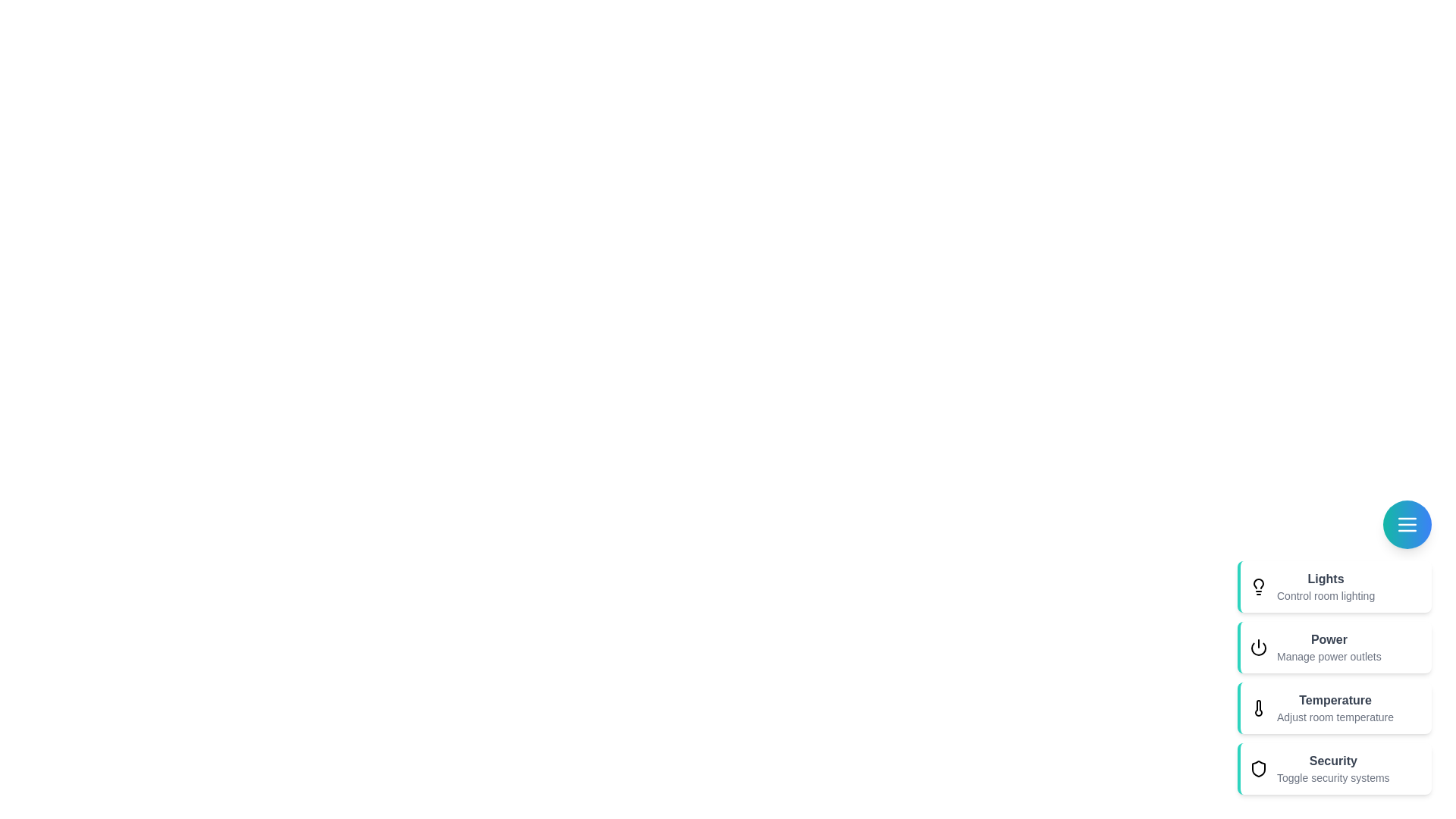 The height and width of the screenshot is (819, 1456). I want to click on floating button to toggle the menu's visibility, so click(1407, 523).